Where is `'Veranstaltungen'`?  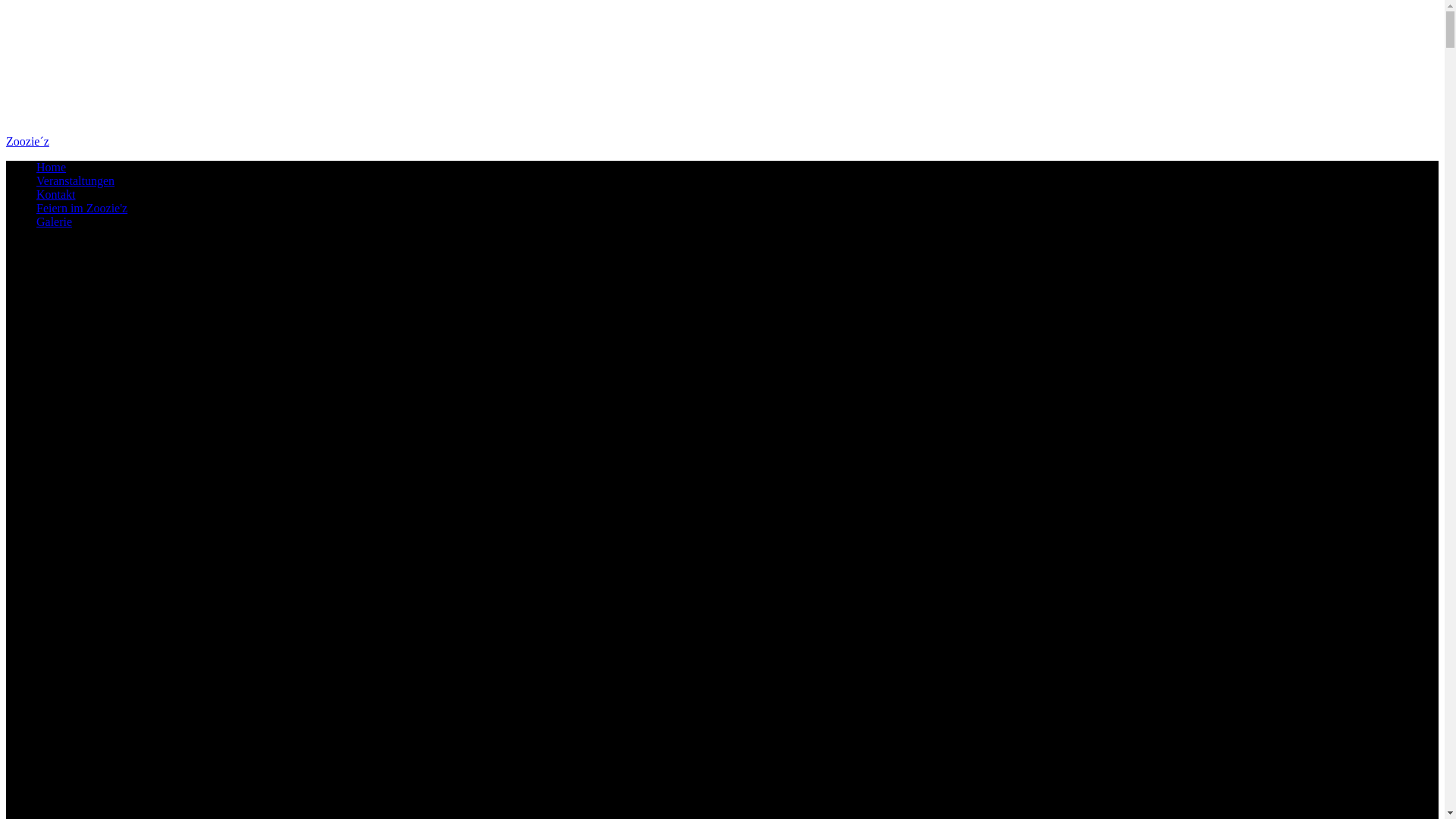
'Veranstaltungen' is located at coordinates (74, 180).